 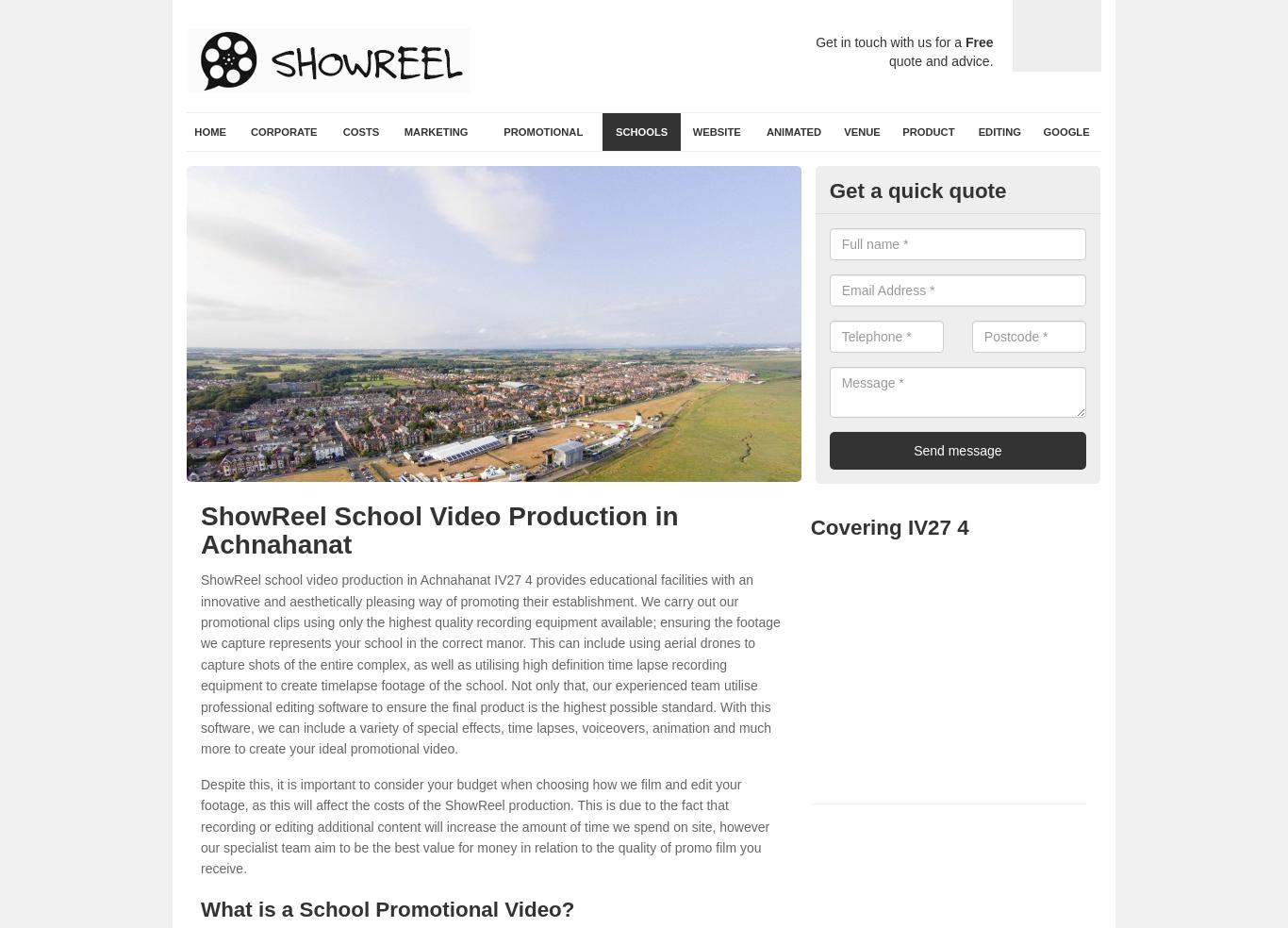 What do you see at coordinates (792, 132) in the screenshot?
I see `'Animated'` at bounding box center [792, 132].